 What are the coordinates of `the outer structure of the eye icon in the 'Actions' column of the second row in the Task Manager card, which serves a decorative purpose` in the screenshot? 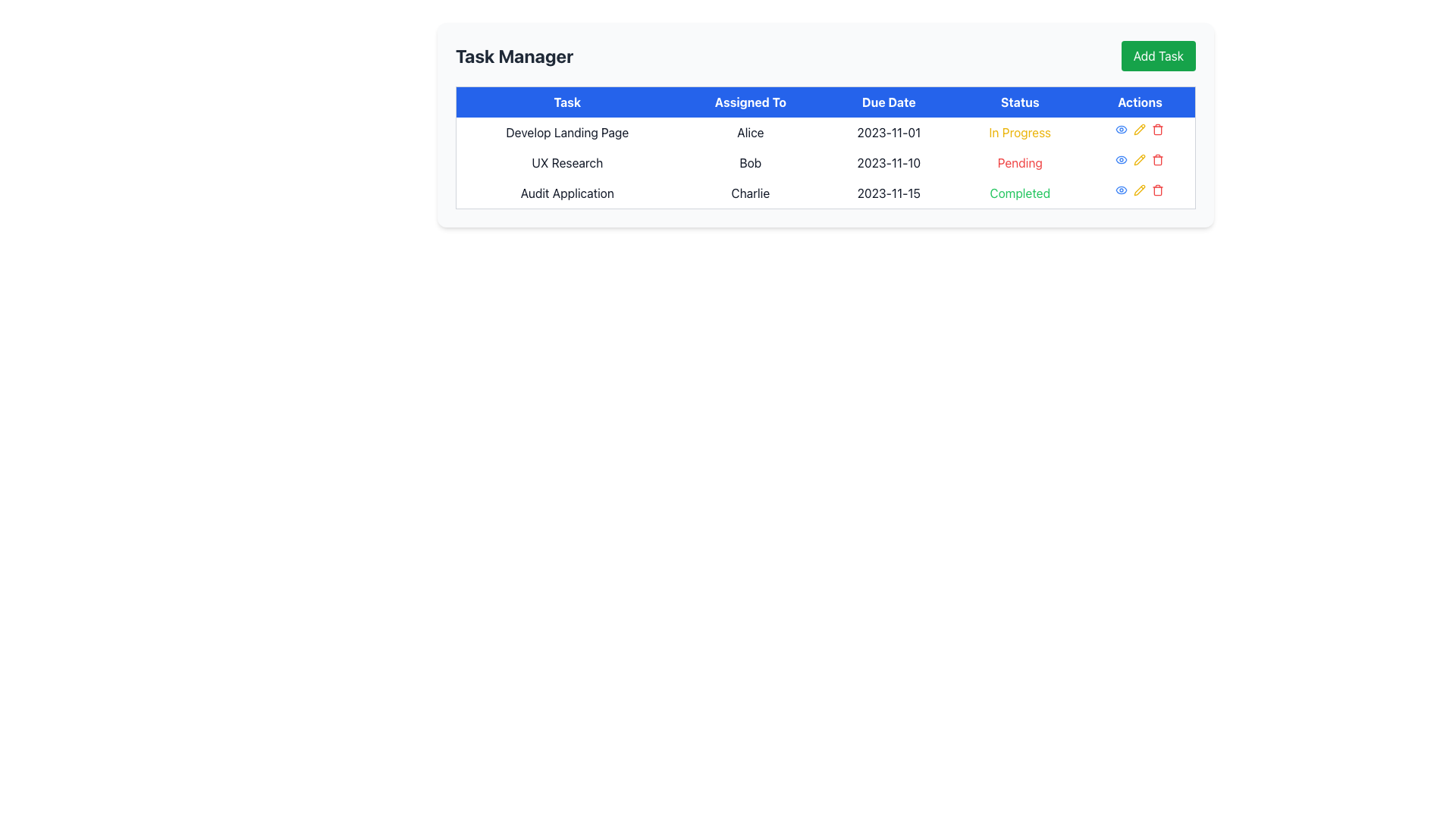 It's located at (1122, 128).